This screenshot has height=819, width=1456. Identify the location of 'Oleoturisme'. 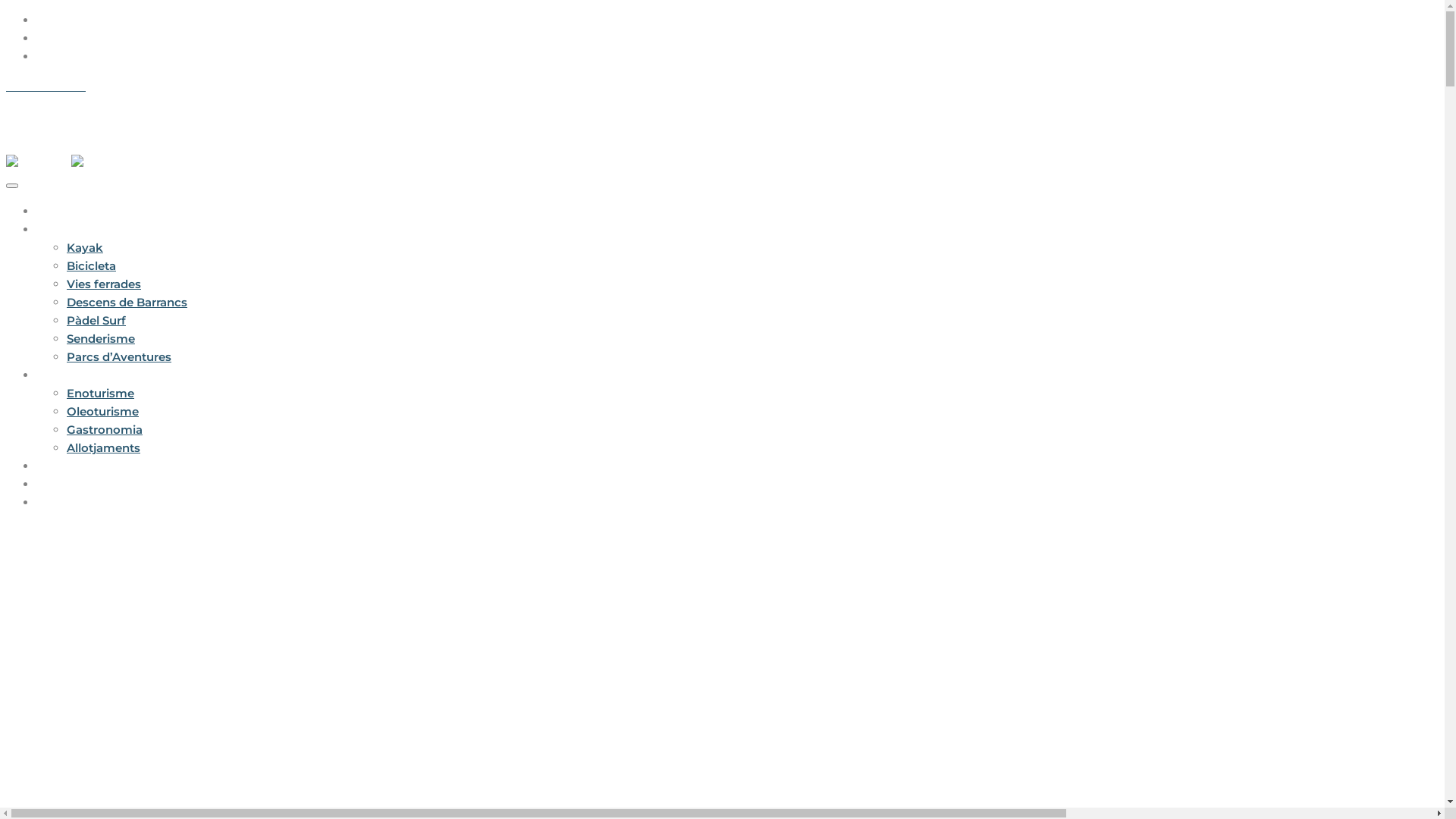
(102, 411).